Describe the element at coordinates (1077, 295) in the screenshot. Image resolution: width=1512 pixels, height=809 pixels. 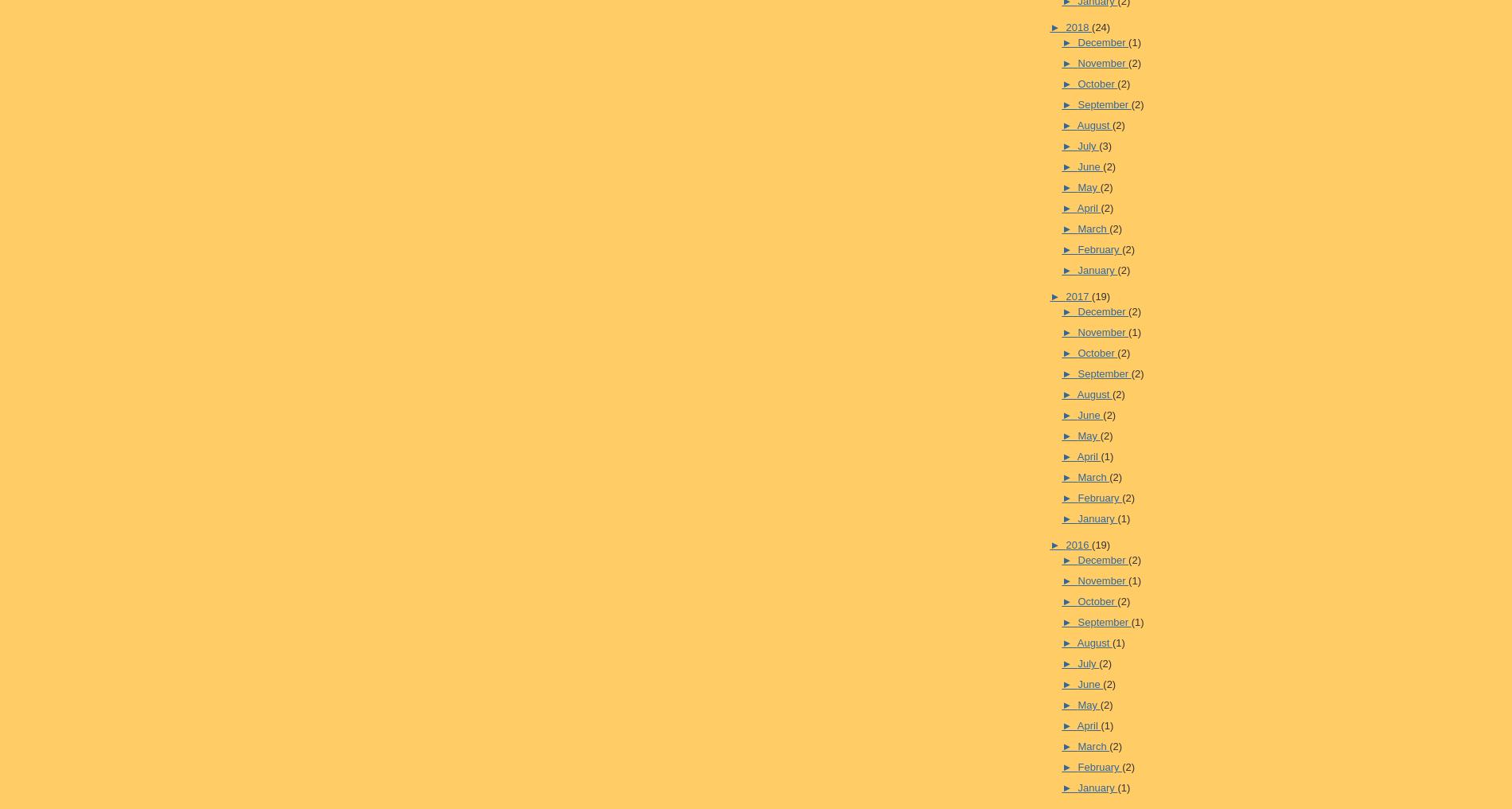
I see `'2017'` at that location.